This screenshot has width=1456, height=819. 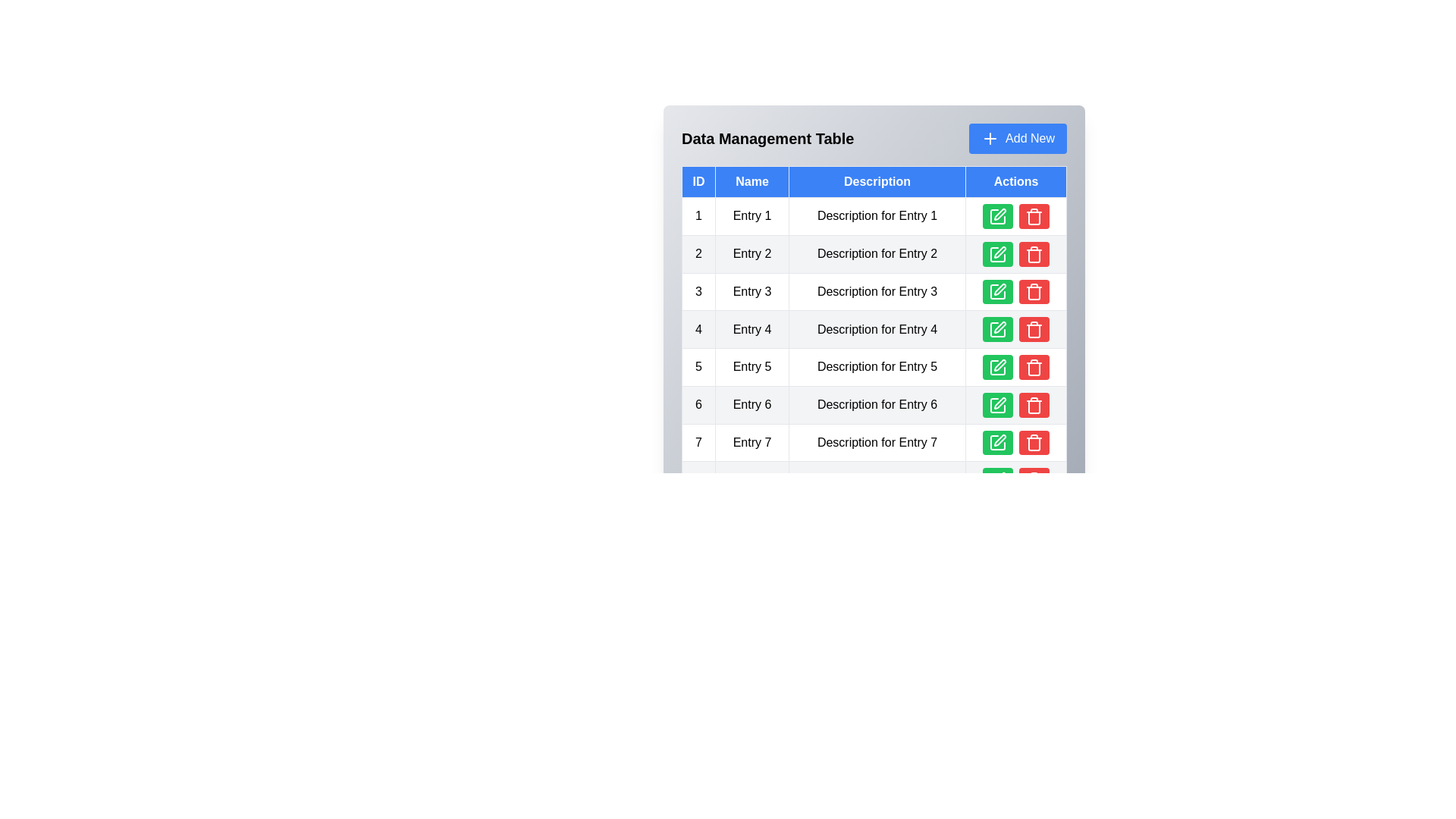 I want to click on the 'Add New' button to add a new entry, so click(x=1018, y=138).